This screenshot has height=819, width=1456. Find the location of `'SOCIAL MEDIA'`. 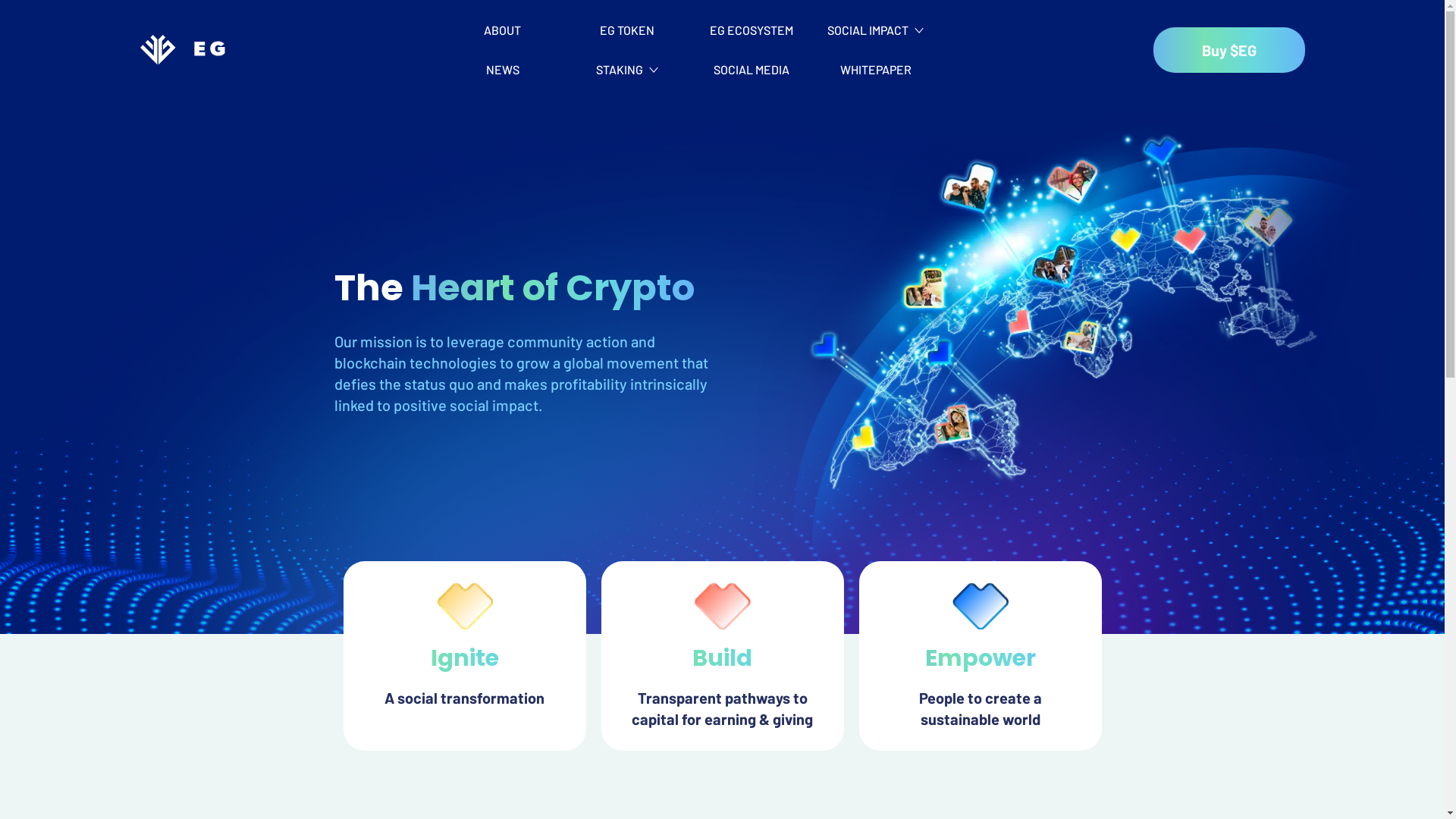

'SOCIAL MEDIA' is located at coordinates (750, 70).